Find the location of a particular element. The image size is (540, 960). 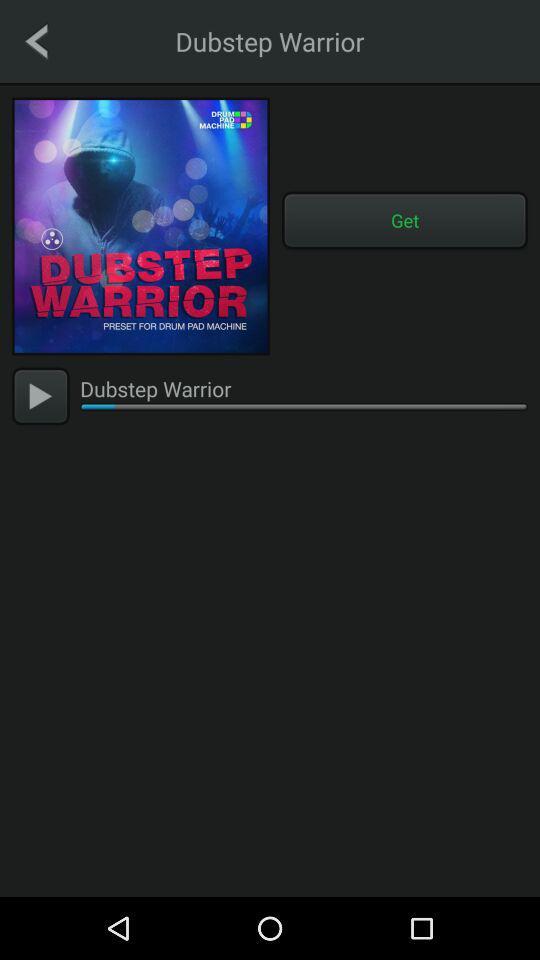

the play icon is located at coordinates (40, 395).